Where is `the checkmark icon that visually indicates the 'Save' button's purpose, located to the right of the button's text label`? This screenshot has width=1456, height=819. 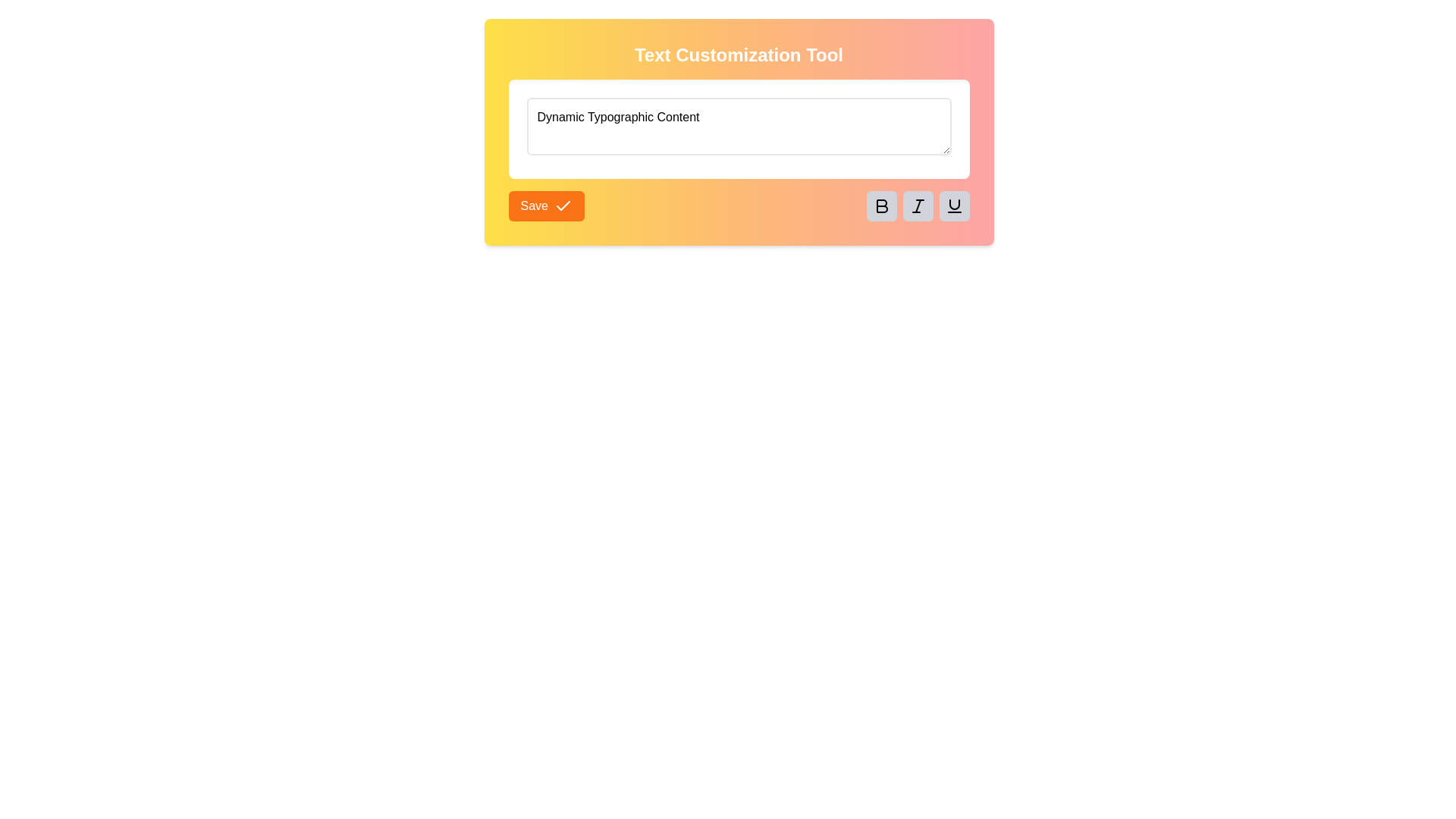
the checkmark icon that visually indicates the 'Save' button's purpose, located to the right of the button's text label is located at coordinates (563, 206).